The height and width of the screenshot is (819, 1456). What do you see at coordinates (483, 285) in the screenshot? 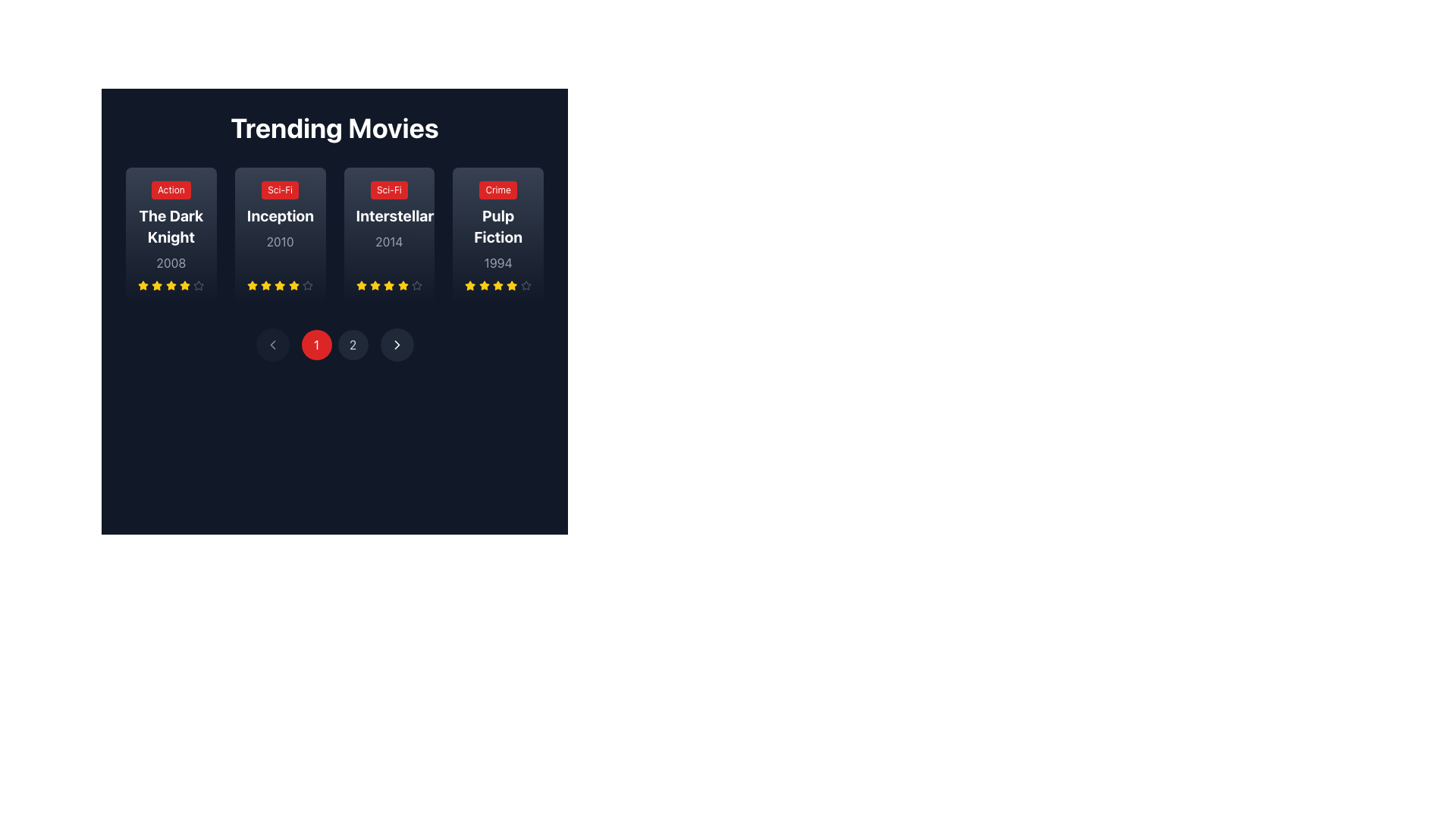
I see `the yellow star icon in the rating row for the movie 'Pulp Fiction' to rate it` at bounding box center [483, 285].